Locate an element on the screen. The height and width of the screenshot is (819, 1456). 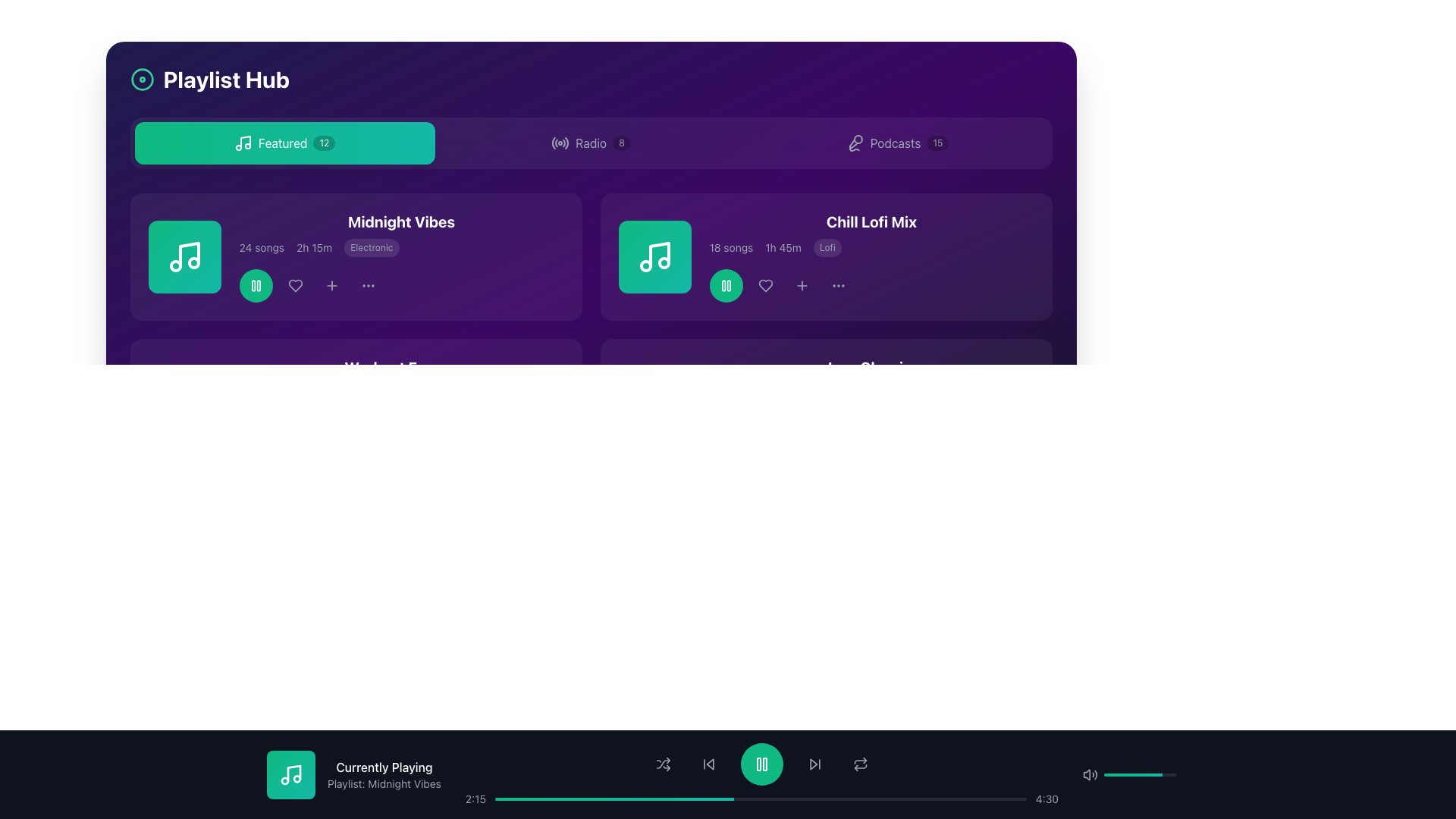
the icon button represented by three horizontally aligned gray dots that change to white upon hover, located in the playlist item 'Midnight Vibes' is located at coordinates (368, 286).